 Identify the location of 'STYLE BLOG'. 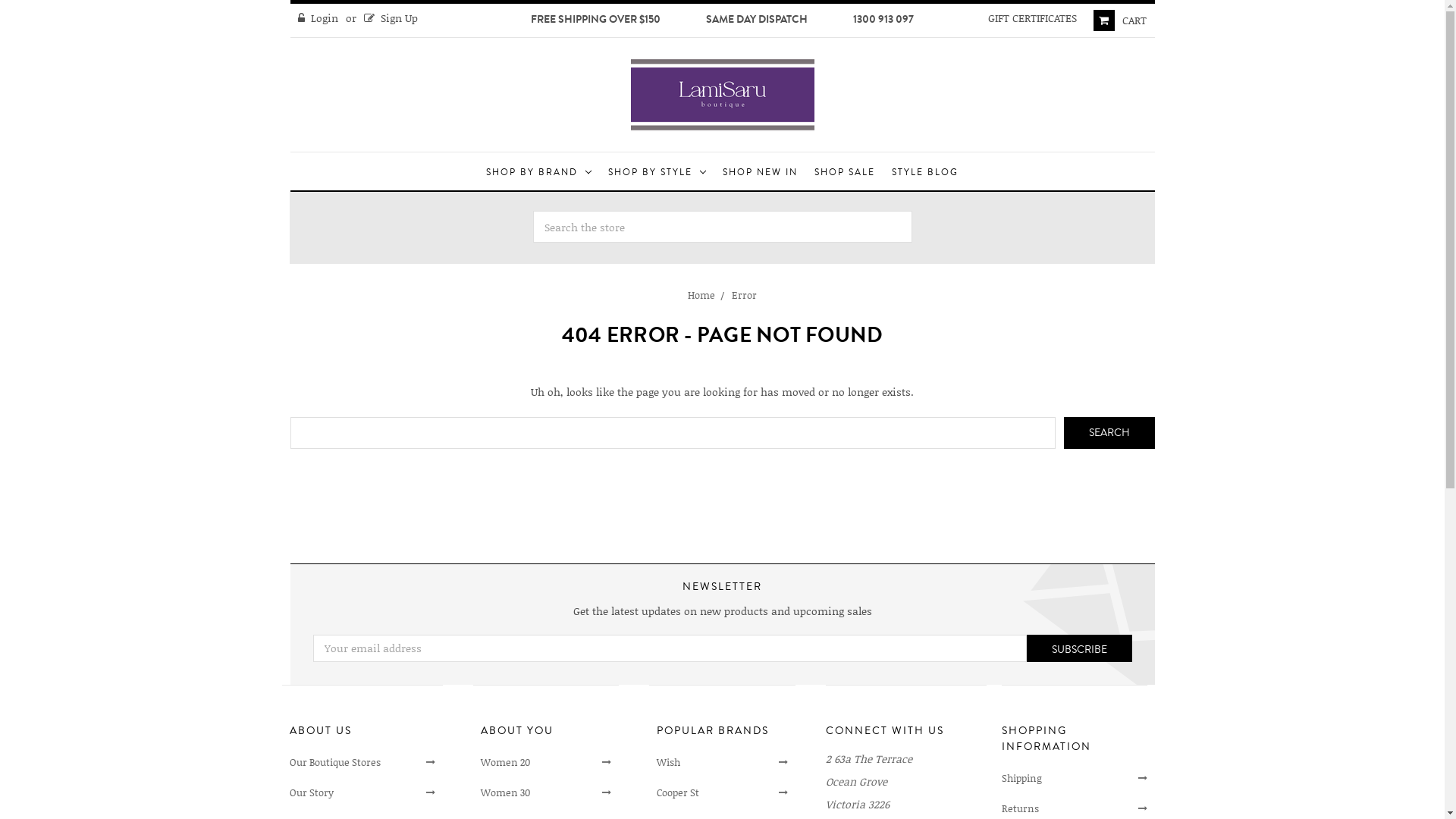
(924, 171).